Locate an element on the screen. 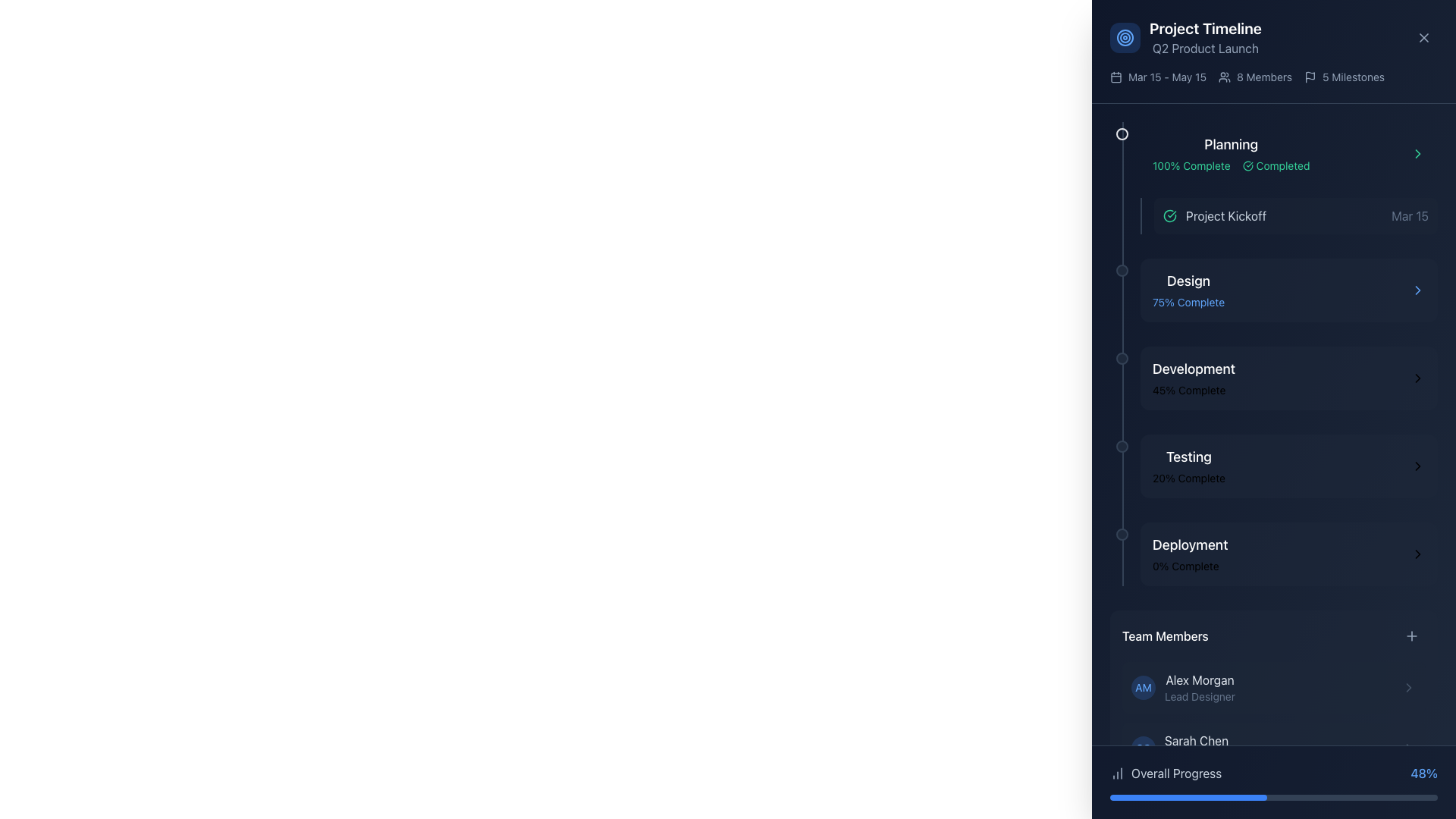  the Profile card representing the second team member is located at coordinates (1274, 748).